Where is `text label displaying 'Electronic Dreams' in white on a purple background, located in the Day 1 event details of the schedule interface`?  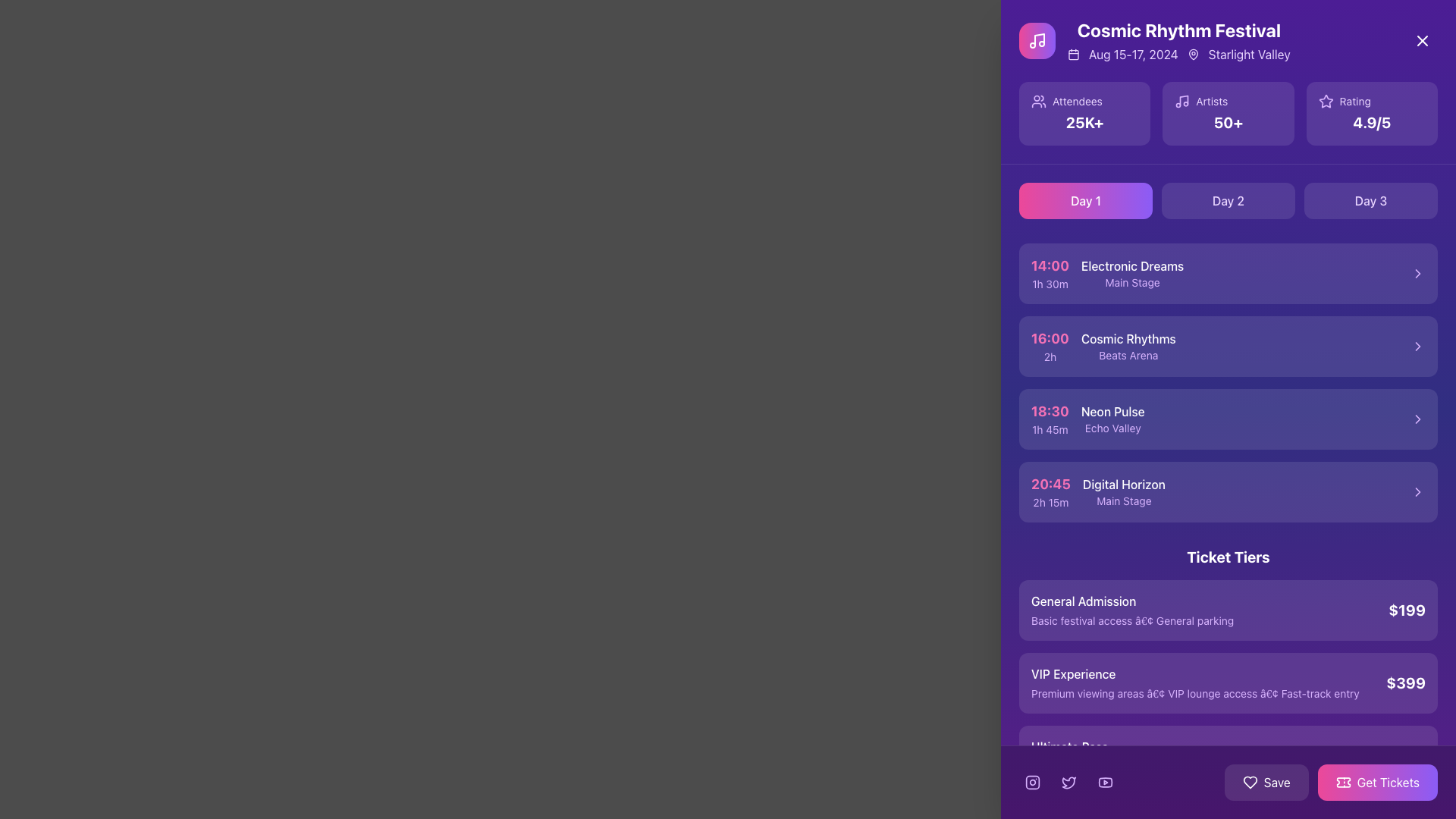
text label displaying 'Electronic Dreams' in white on a purple background, located in the Day 1 event details of the schedule interface is located at coordinates (1132, 265).